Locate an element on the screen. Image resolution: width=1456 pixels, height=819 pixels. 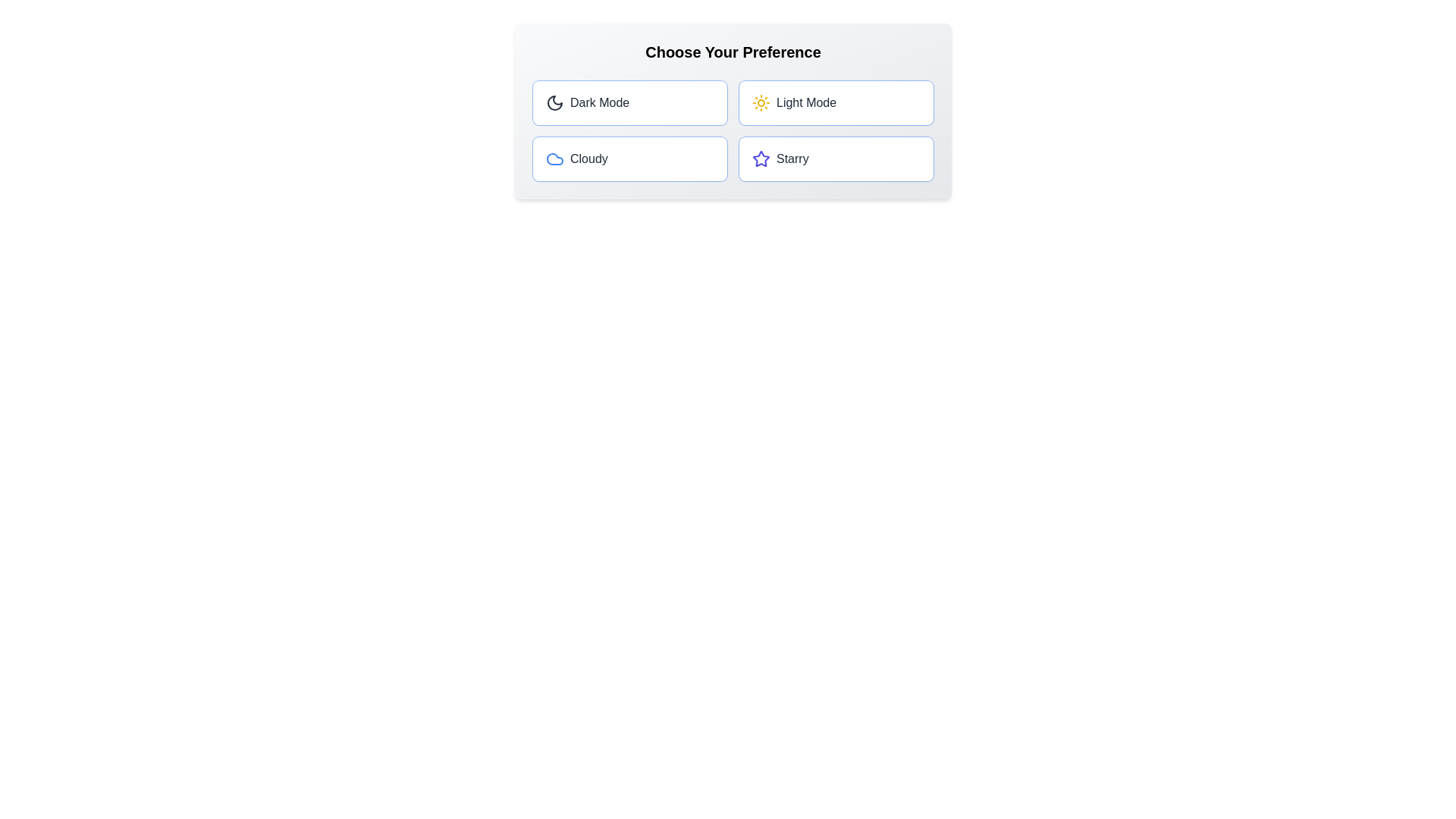
the 'Cloudy' text label located in the second row, to the right of the cloud icon, which describes the 'Cloudy' option is located at coordinates (588, 158).